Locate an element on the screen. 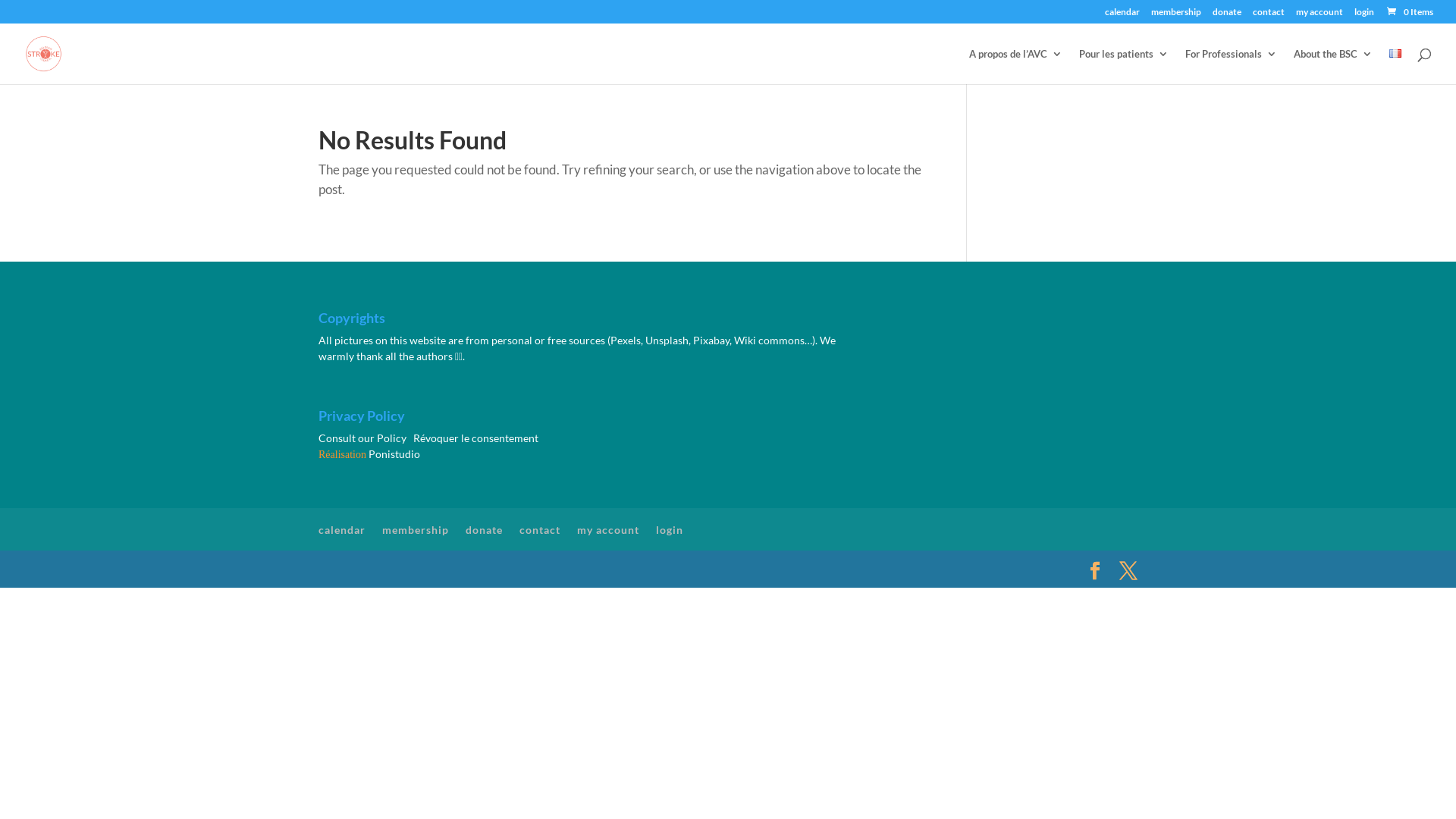 This screenshot has width=1456, height=819. 'calendar' is located at coordinates (341, 529).